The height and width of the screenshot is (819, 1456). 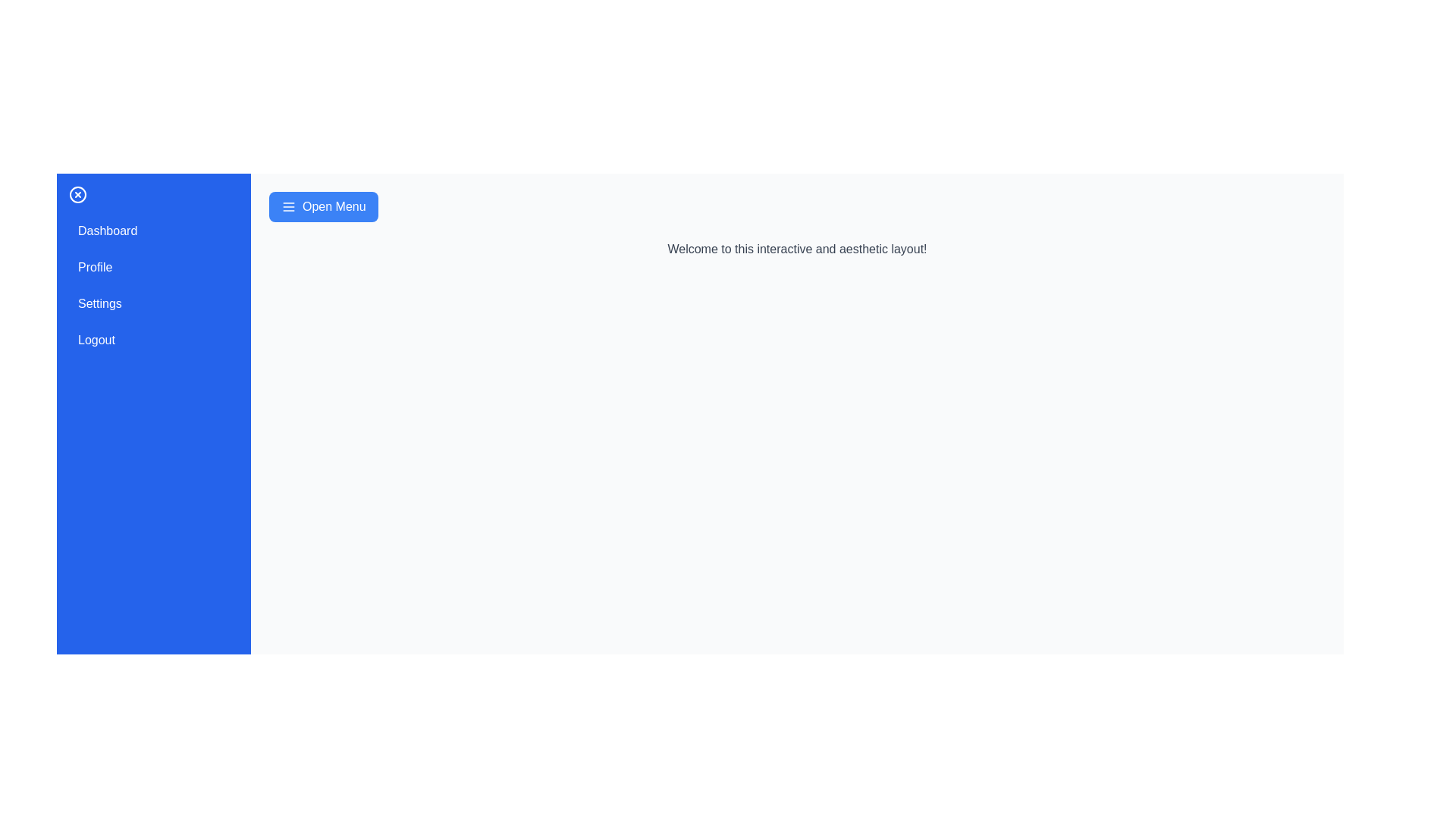 I want to click on the menu item Dashboard in the sidebar, so click(x=153, y=231).